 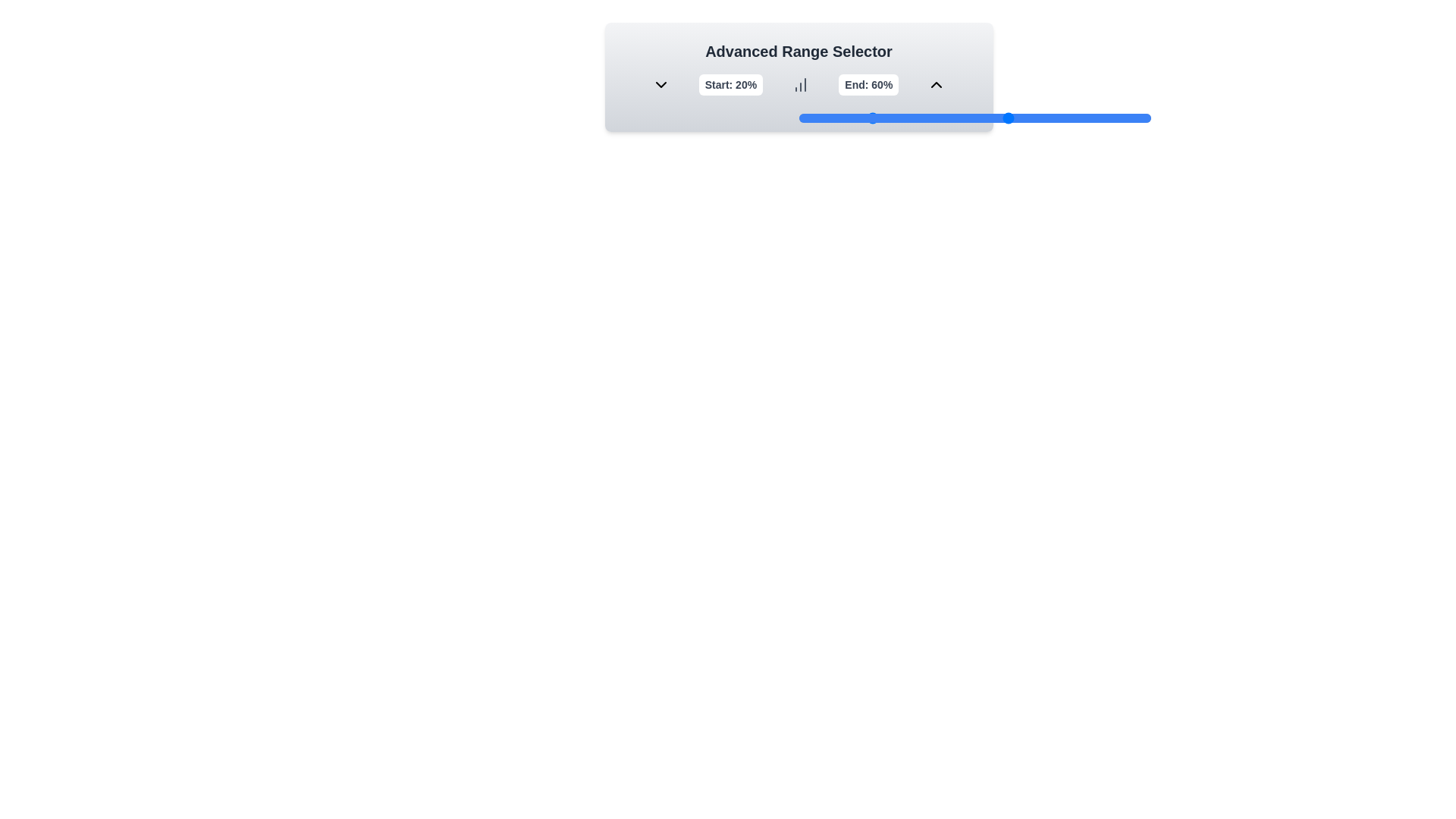 I want to click on the start range slider to 64%, so click(x=1024, y=117).